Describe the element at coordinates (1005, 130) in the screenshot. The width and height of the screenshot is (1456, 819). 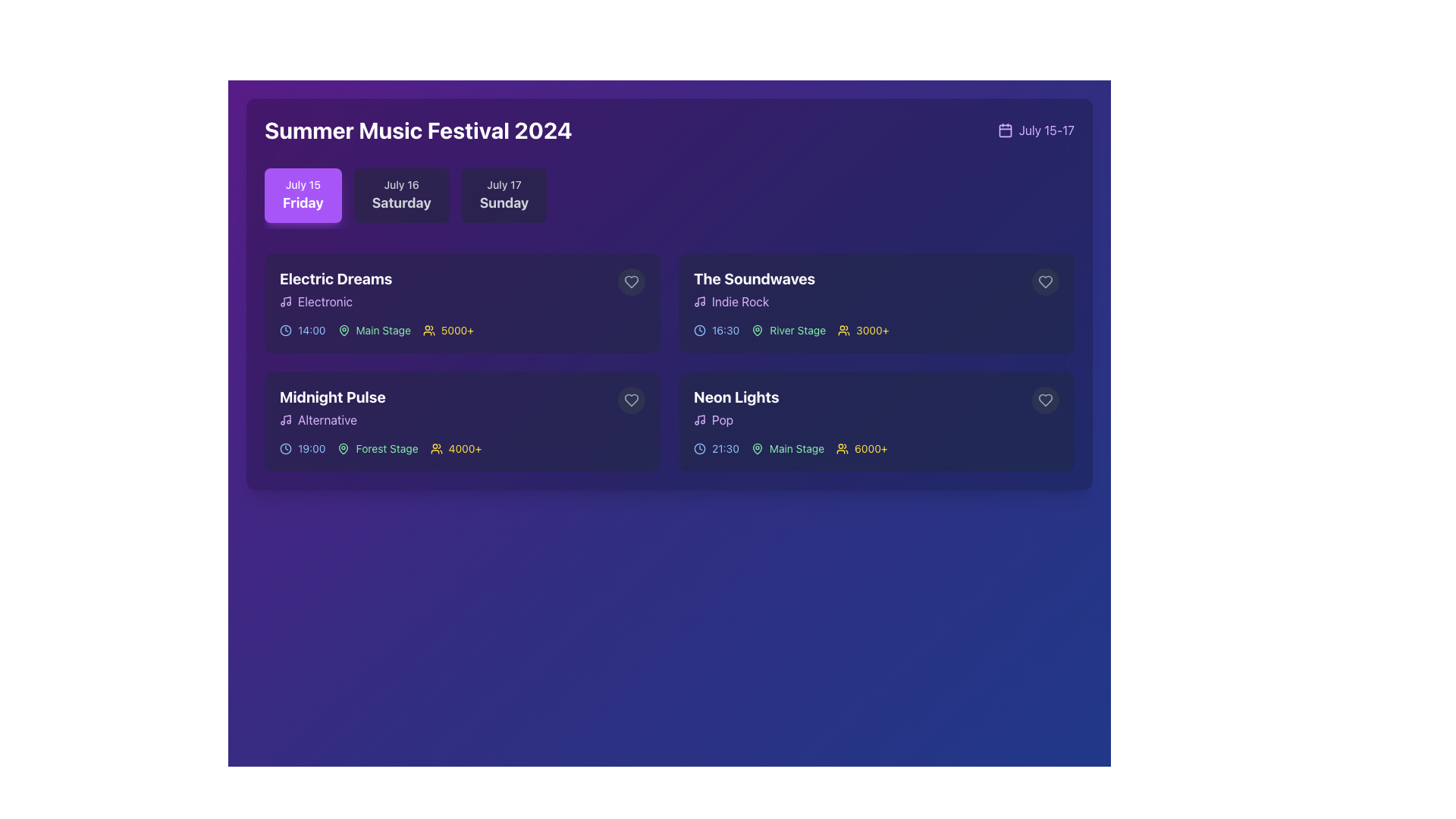
I see `the Calendar icon located at the top-right corner of the section displaying dates, which is positioned to the left of the text 'July 15-17'` at that location.